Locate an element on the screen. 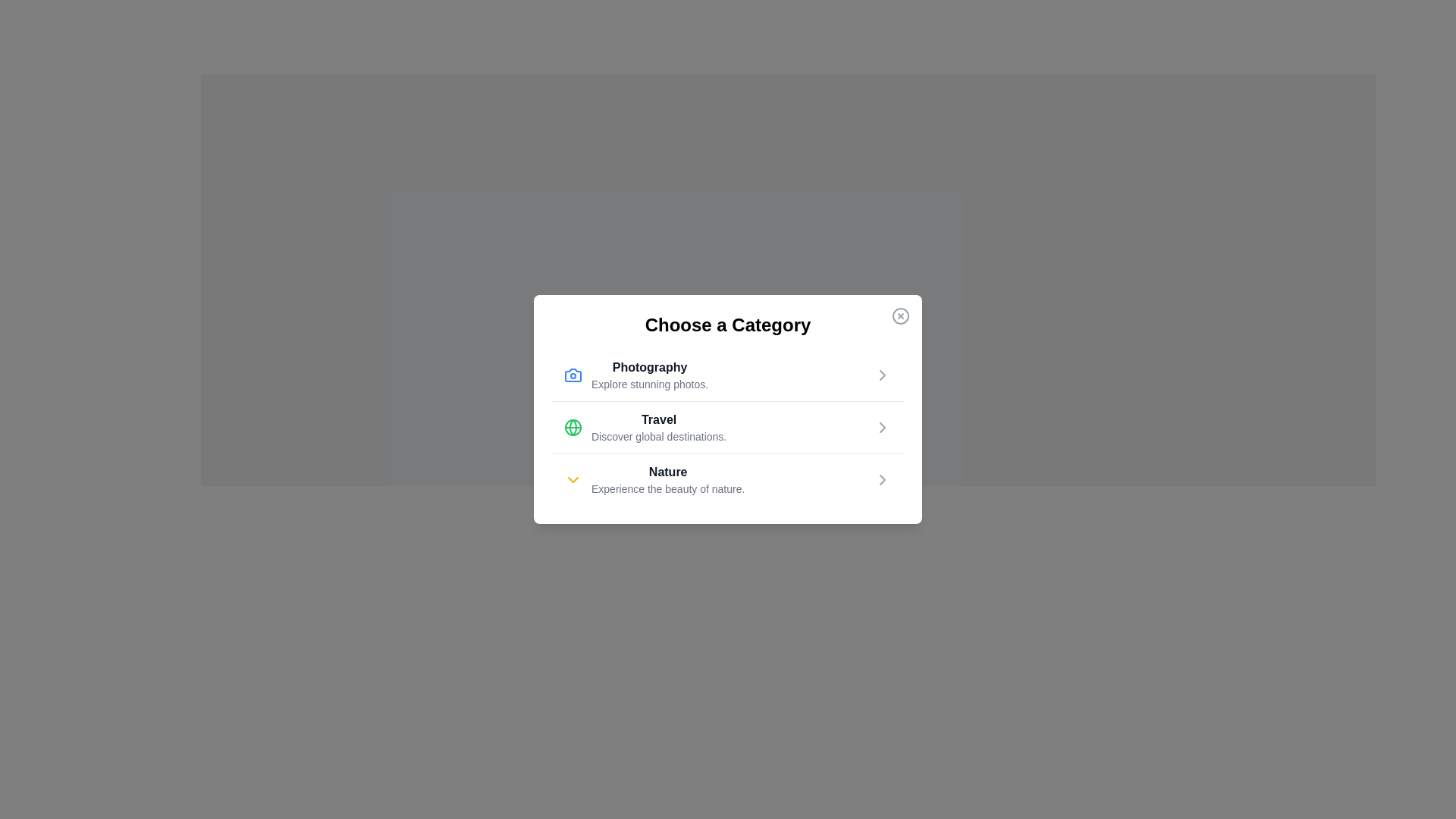 This screenshot has height=819, width=1456. the circular area of the close button located in the top-right corner of the 'Choose a Category' dialog is located at coordinates (901, 315).